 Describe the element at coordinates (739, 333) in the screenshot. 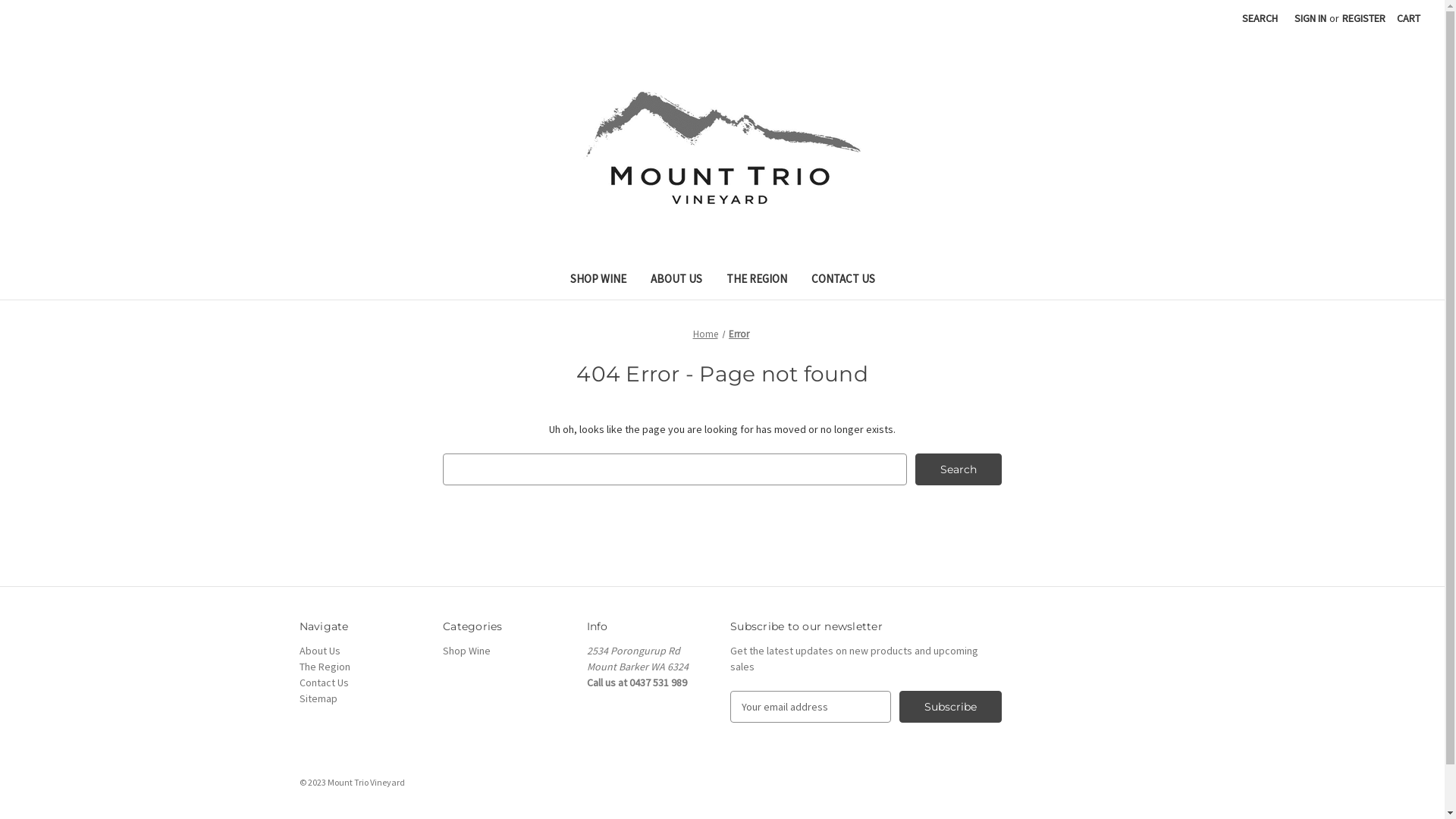

I see `'Error'` at that location.